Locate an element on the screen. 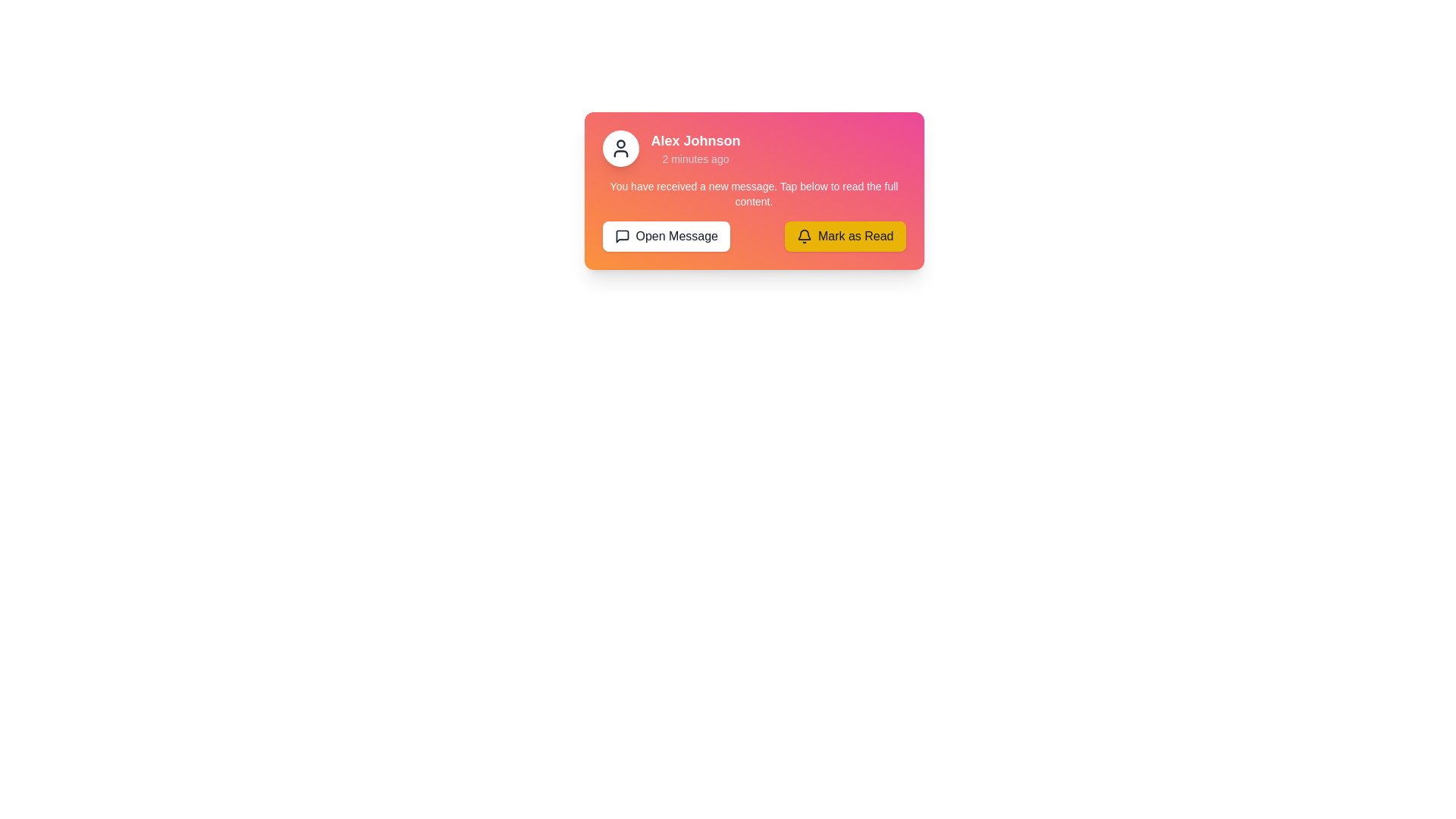  the 'Mark as Read' button surrounding the bell icon is located at coordinates (803, 234).